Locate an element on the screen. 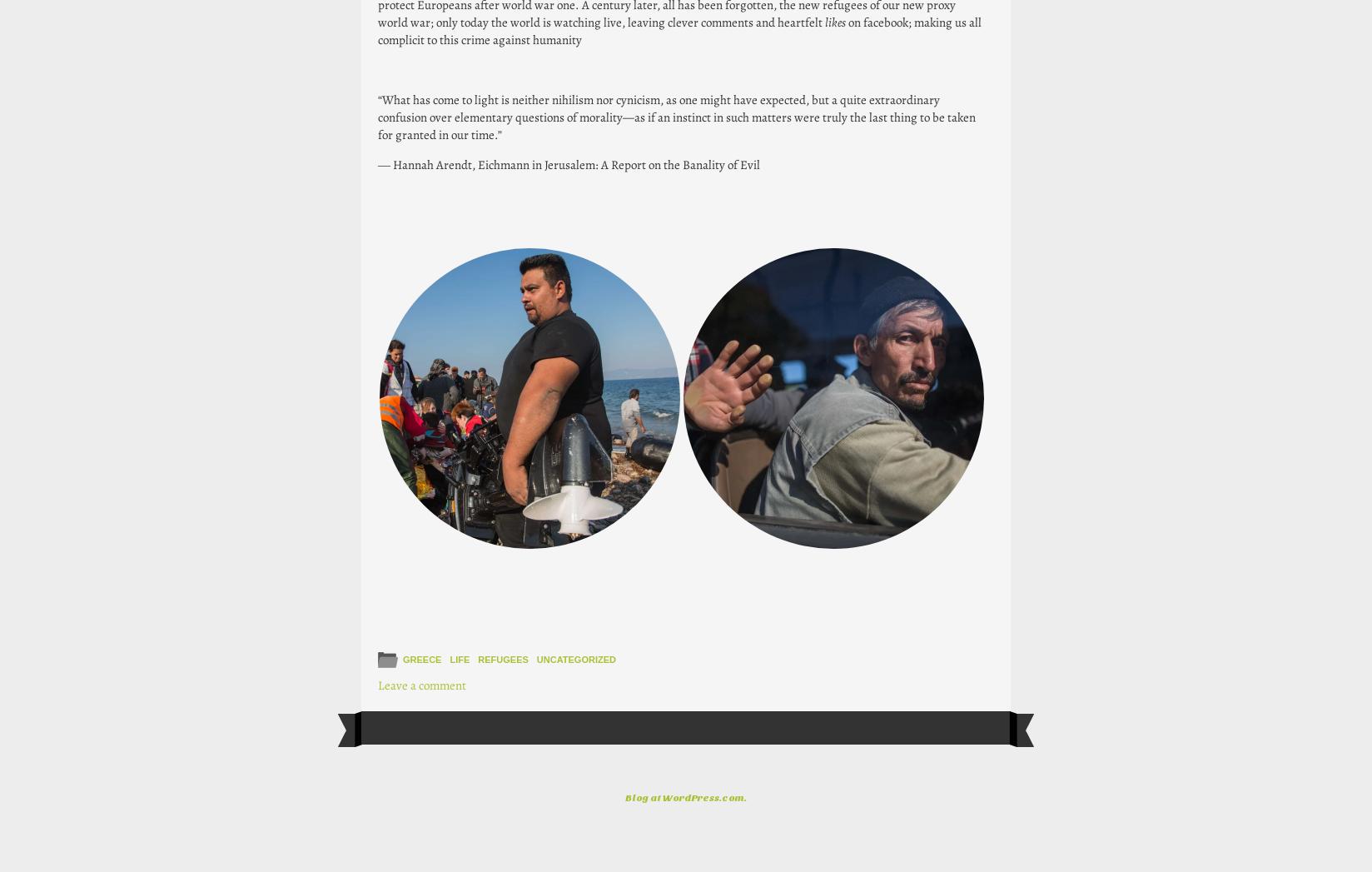 Image resolution: width=1372 pixels, height=872 pixels. 'likes' is located at coordinates (824, 20).